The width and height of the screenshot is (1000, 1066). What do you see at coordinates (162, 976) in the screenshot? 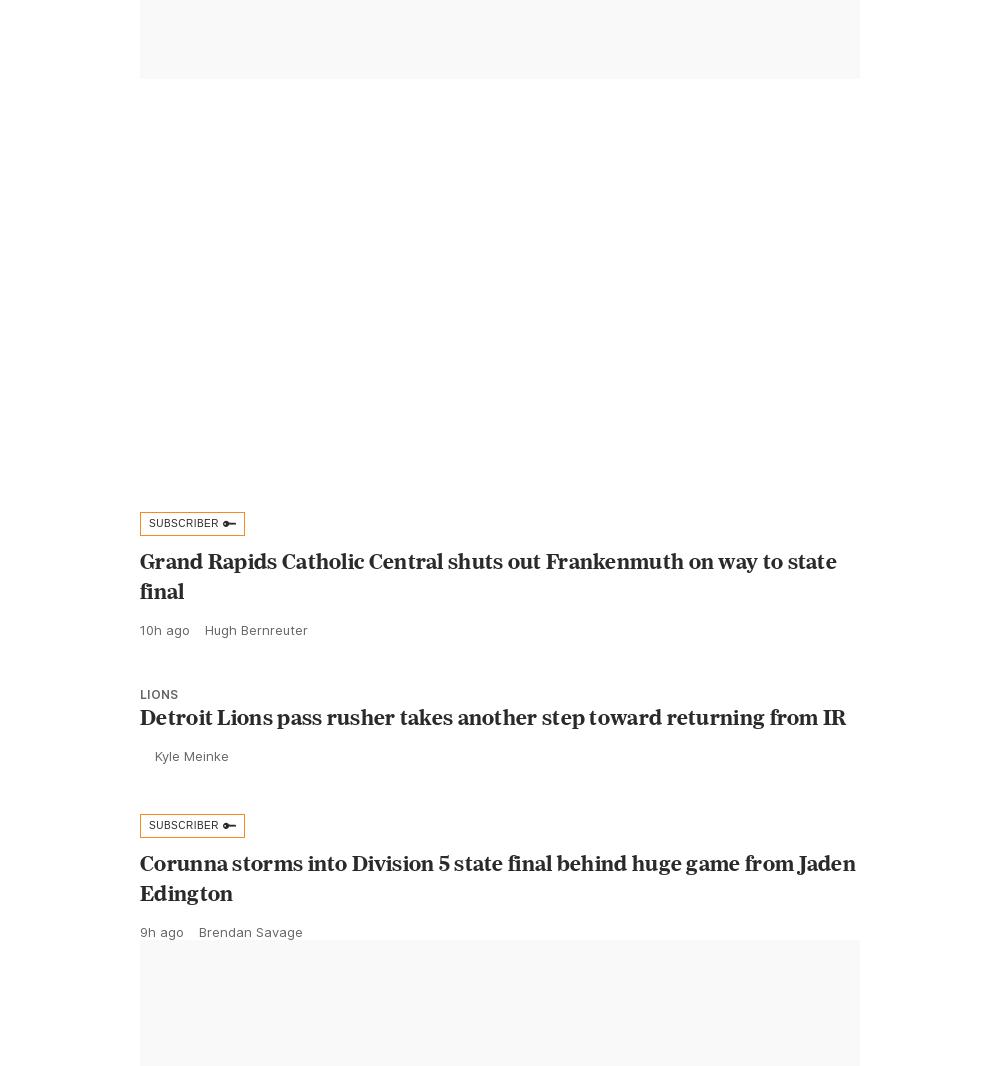
I see `'9h ago'` at bounding box center [162, 976].